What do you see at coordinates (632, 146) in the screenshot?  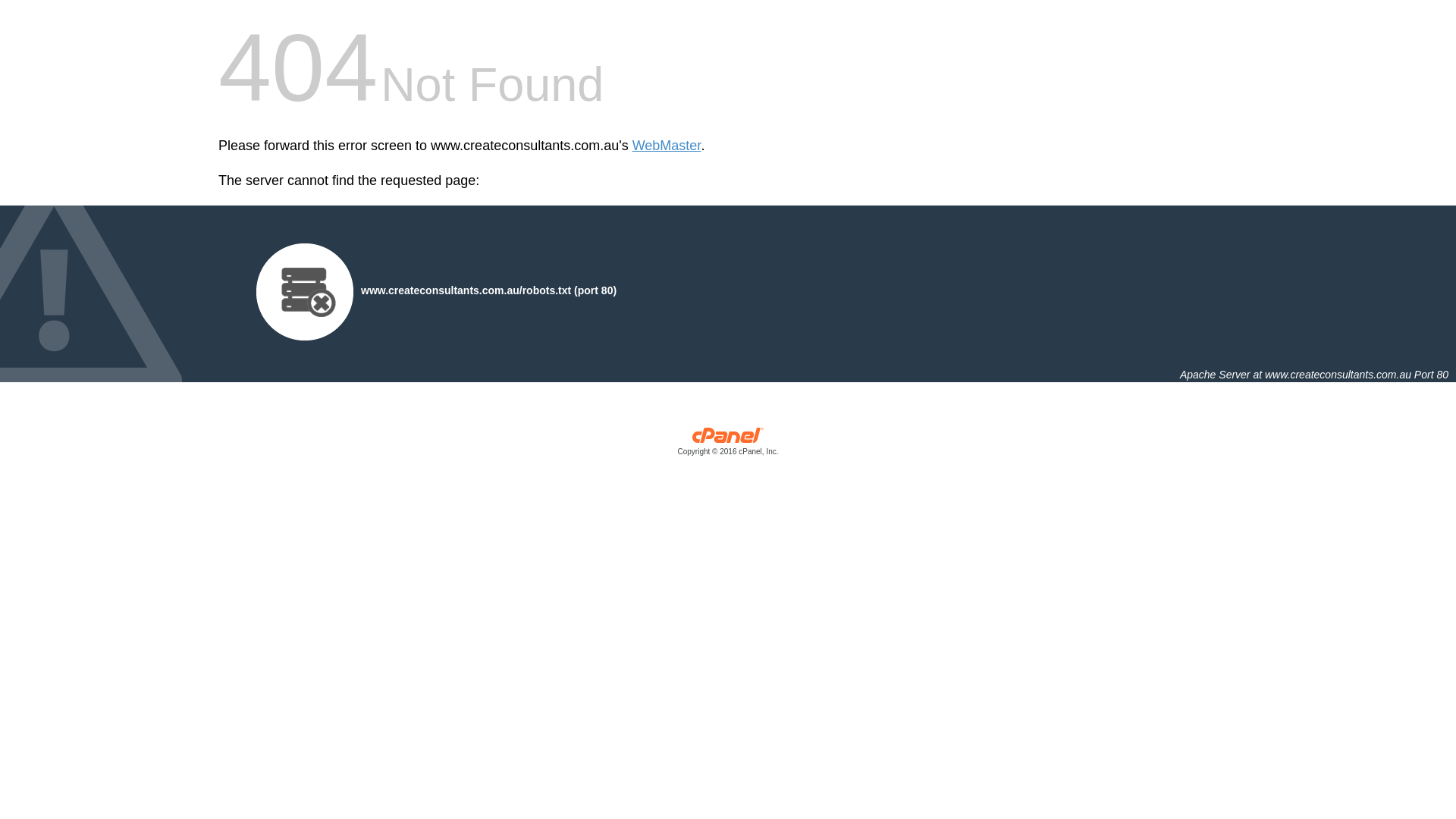 I see `'WebMaster'` at bounding box center [632, 146].